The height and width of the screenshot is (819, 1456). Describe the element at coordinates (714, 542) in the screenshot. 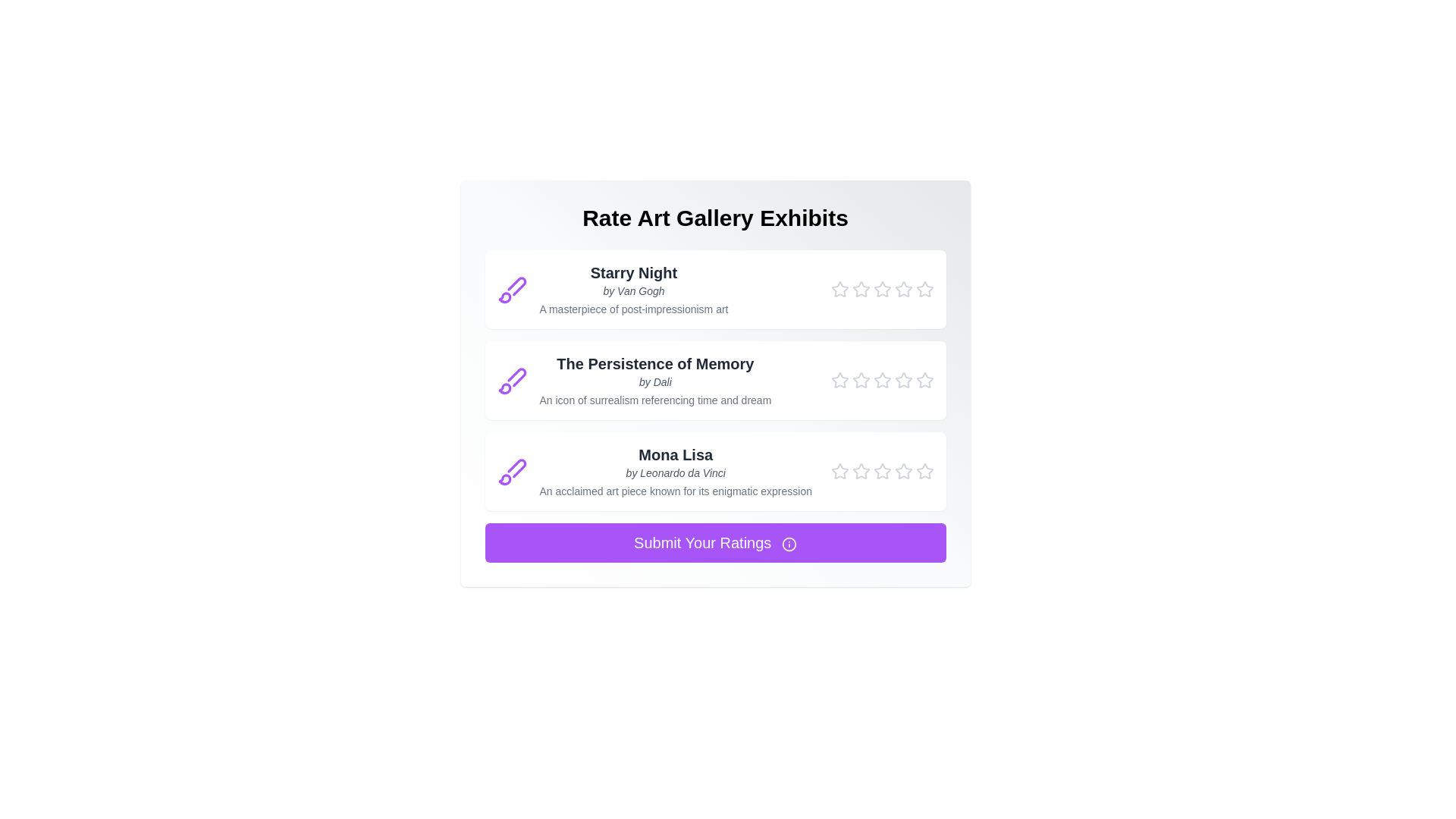

I see `the 'Submit Your Ratings' button` at that location.